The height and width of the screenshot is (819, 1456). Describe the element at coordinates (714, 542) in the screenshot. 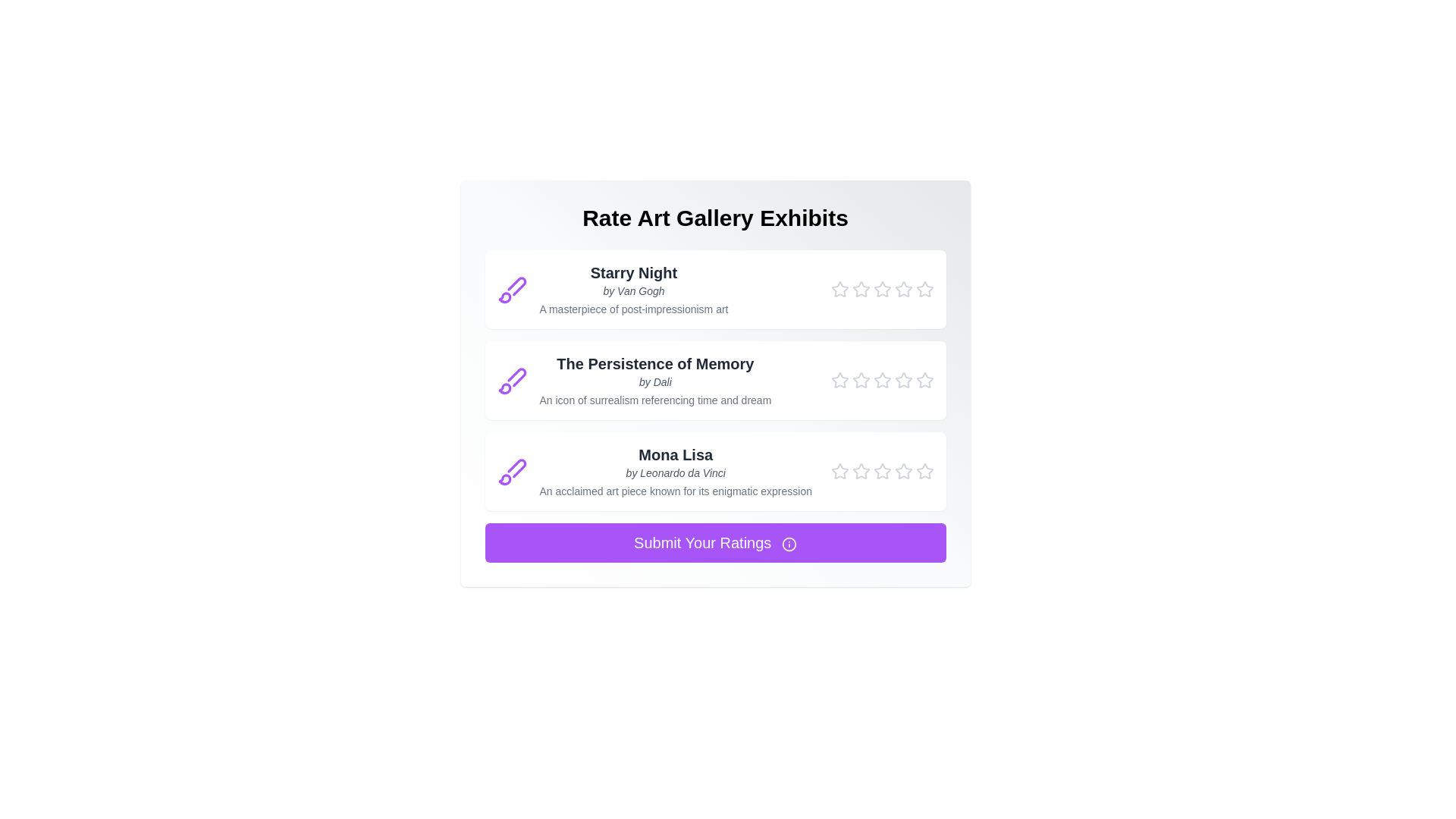

I see `the 'Submit Your Ratings' button` at that location.